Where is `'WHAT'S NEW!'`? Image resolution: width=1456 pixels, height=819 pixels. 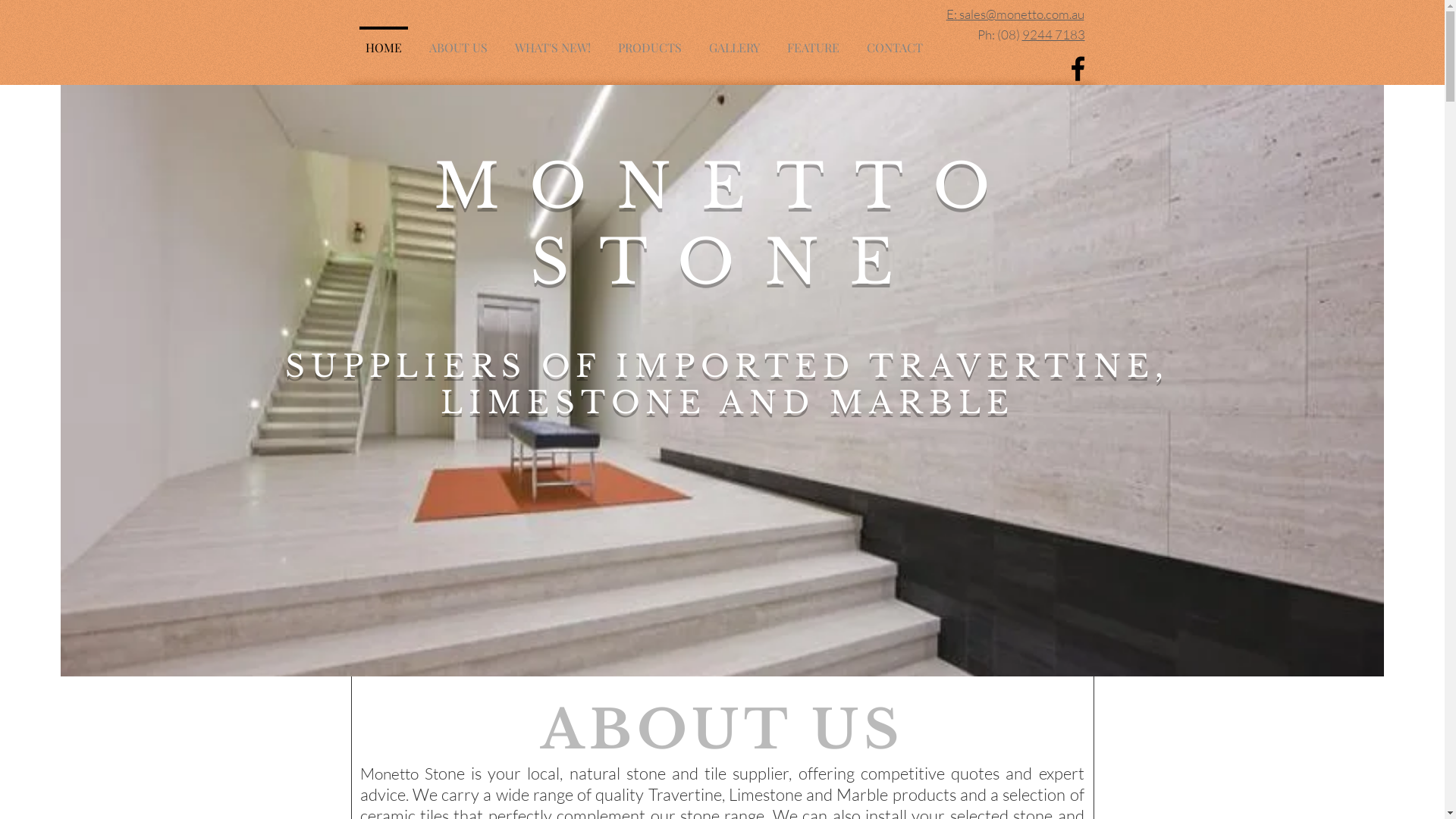
'WHAT'S NEW!' is located at coordinates (551, 40).